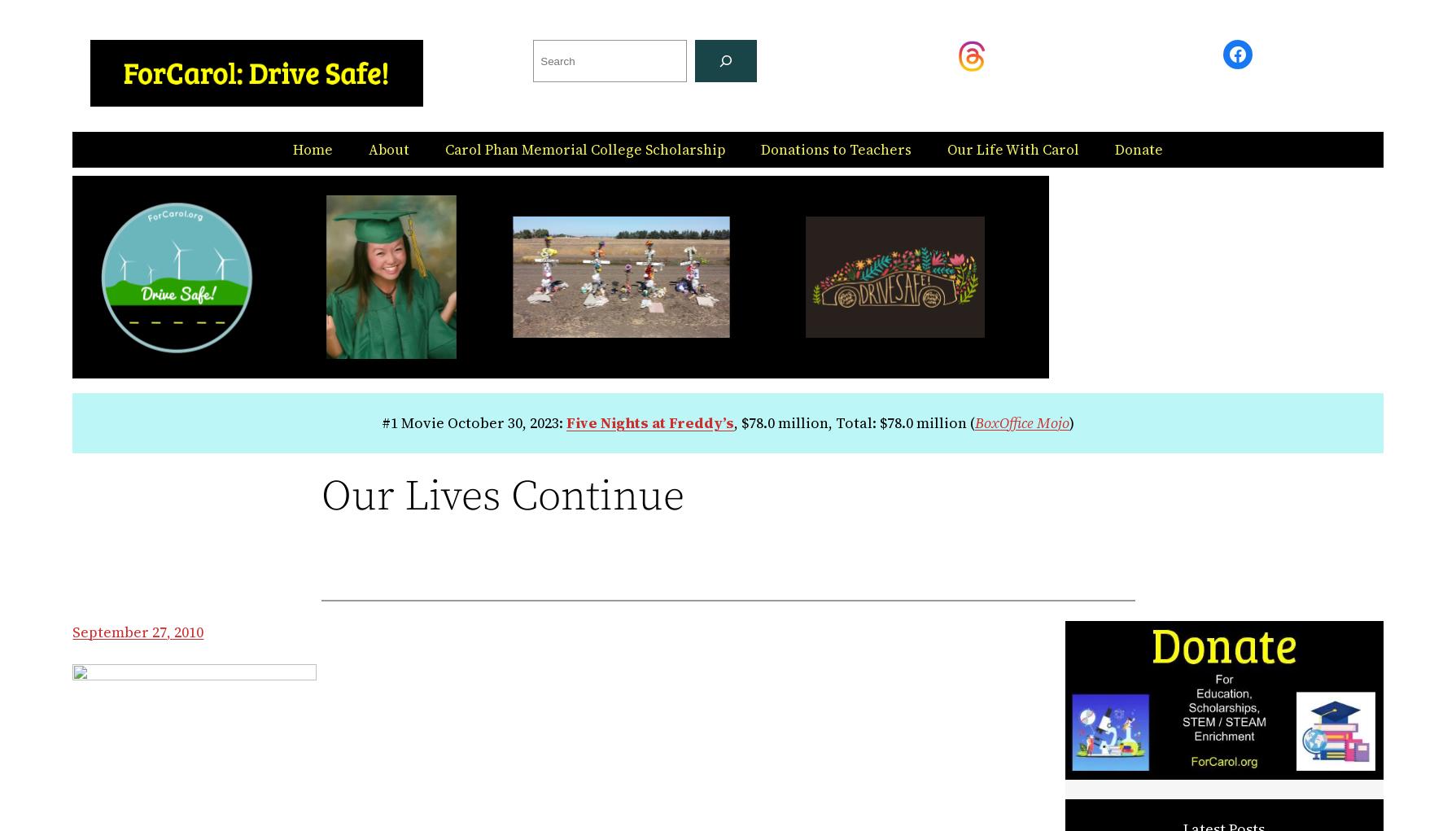 Image resolution: width=1456 pixels, height=831 pixels. Describe the element at coordinates (835, 147) in the screenshot. I see `'Donations to Teachers'` at that location.